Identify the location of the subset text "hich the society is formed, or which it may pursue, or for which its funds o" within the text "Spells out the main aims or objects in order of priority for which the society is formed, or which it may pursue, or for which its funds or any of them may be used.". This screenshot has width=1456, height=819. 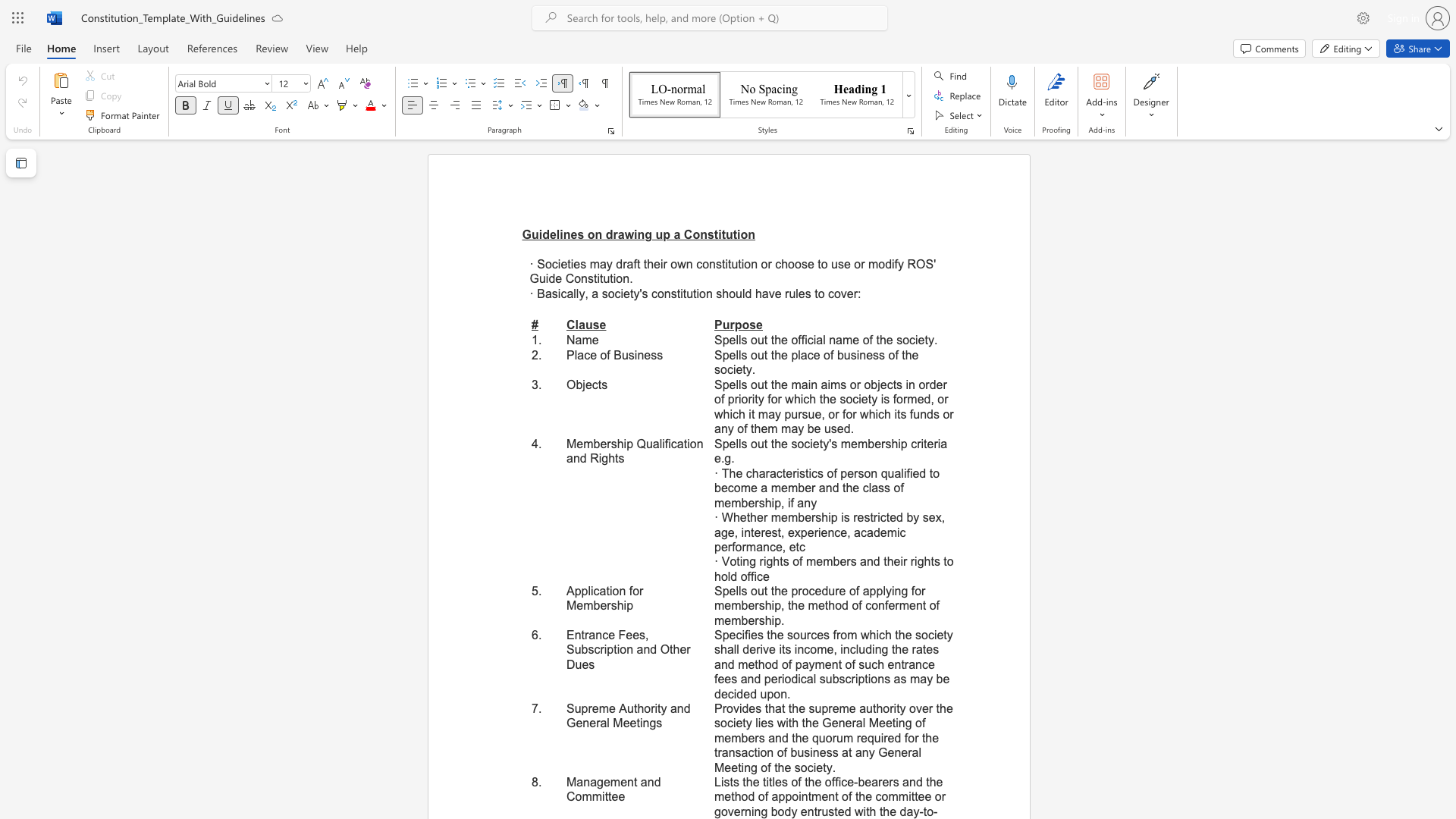
(792, 398).